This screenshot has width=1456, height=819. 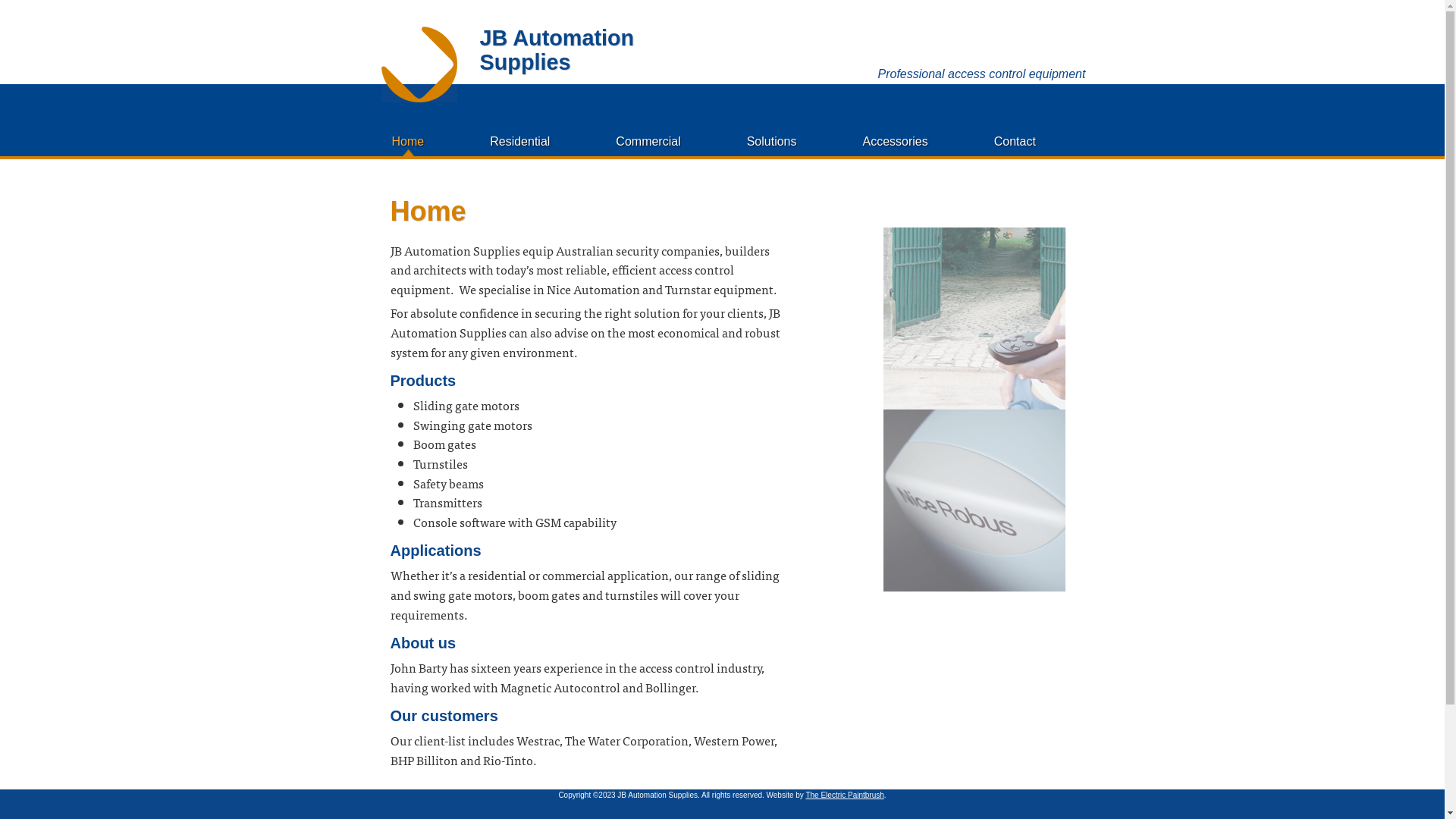 What do you see at coordinates (1015, 141) in the screenshot?
I see `'Contact'` at bounding box center [1015, 141].